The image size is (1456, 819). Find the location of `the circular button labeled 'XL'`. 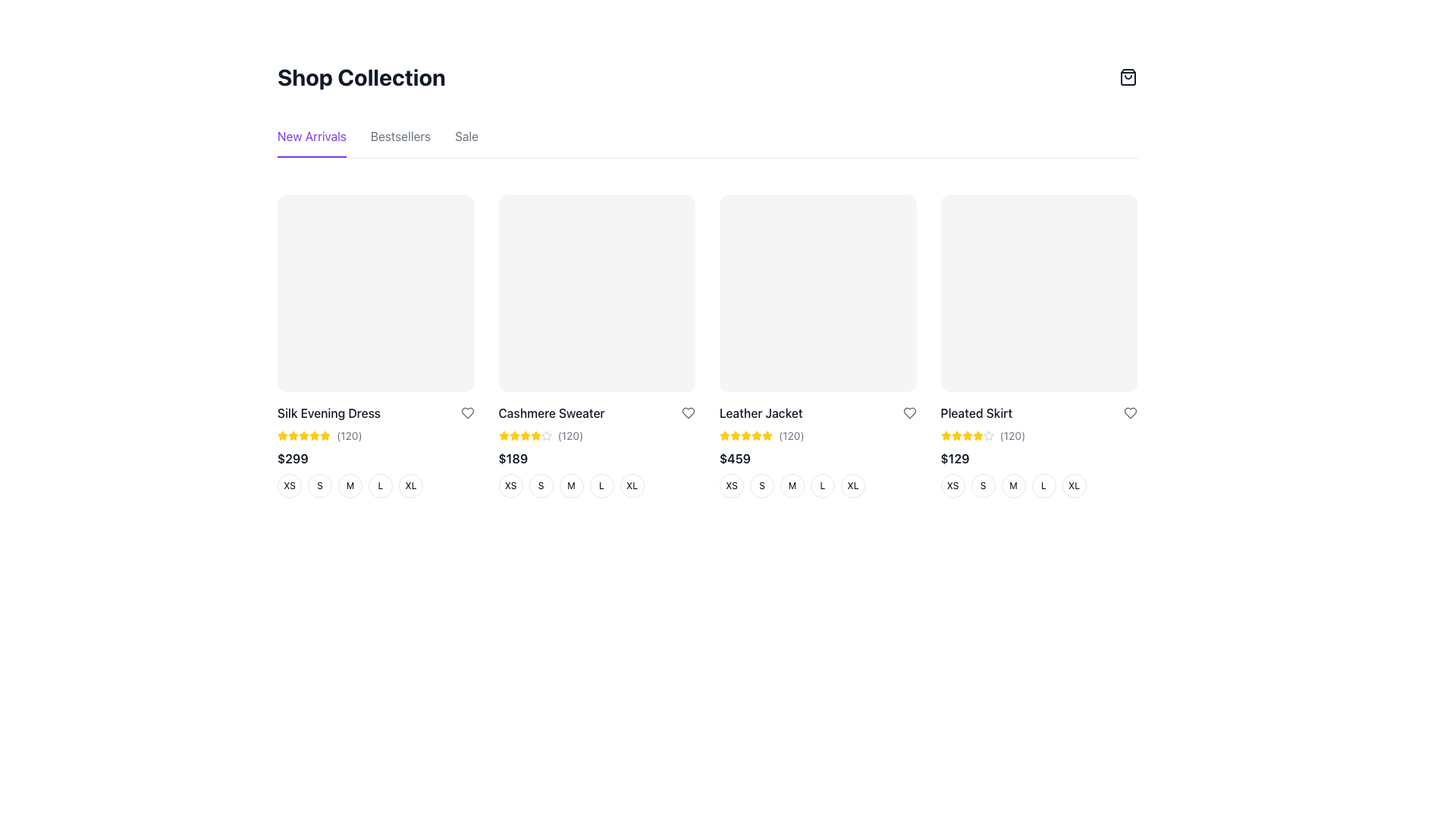

the circular button labeled 'XL' is located at coordinates (852, 485).